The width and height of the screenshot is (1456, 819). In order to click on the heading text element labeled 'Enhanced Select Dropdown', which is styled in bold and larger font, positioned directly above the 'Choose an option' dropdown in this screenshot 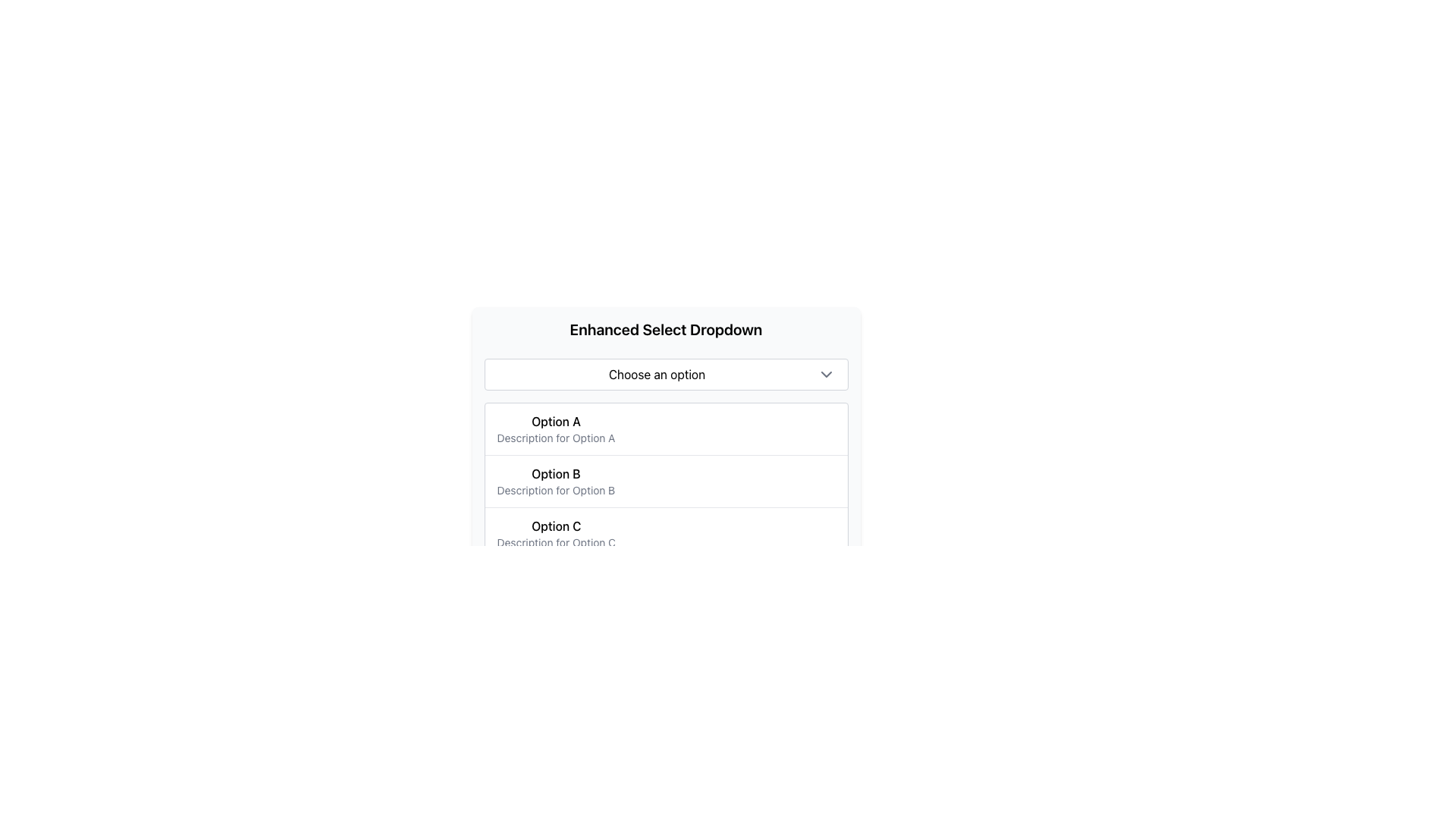, I will do `click(666, 329)`.